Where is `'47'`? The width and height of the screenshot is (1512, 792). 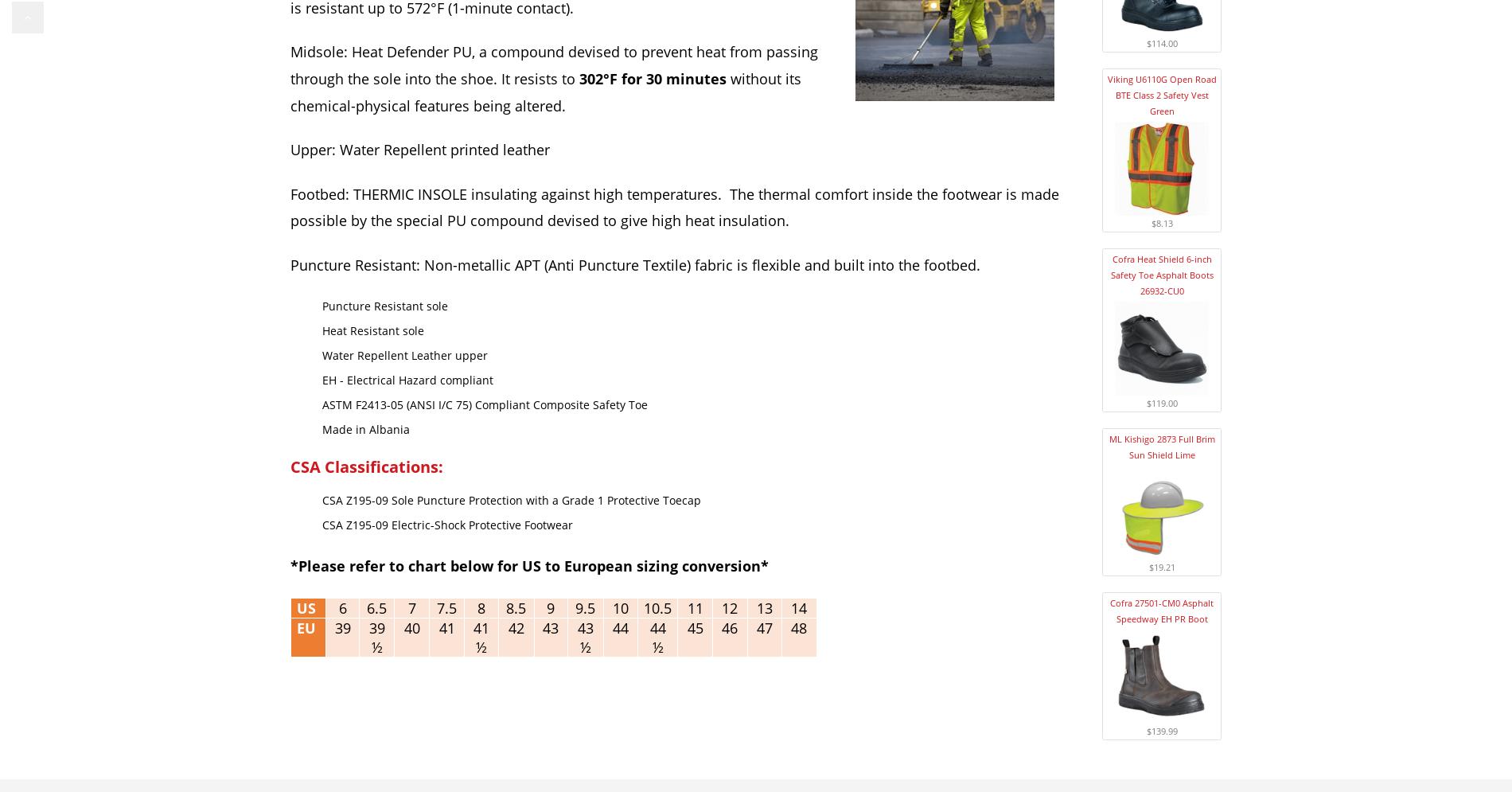
'47' is located at coordinates (764, 628).